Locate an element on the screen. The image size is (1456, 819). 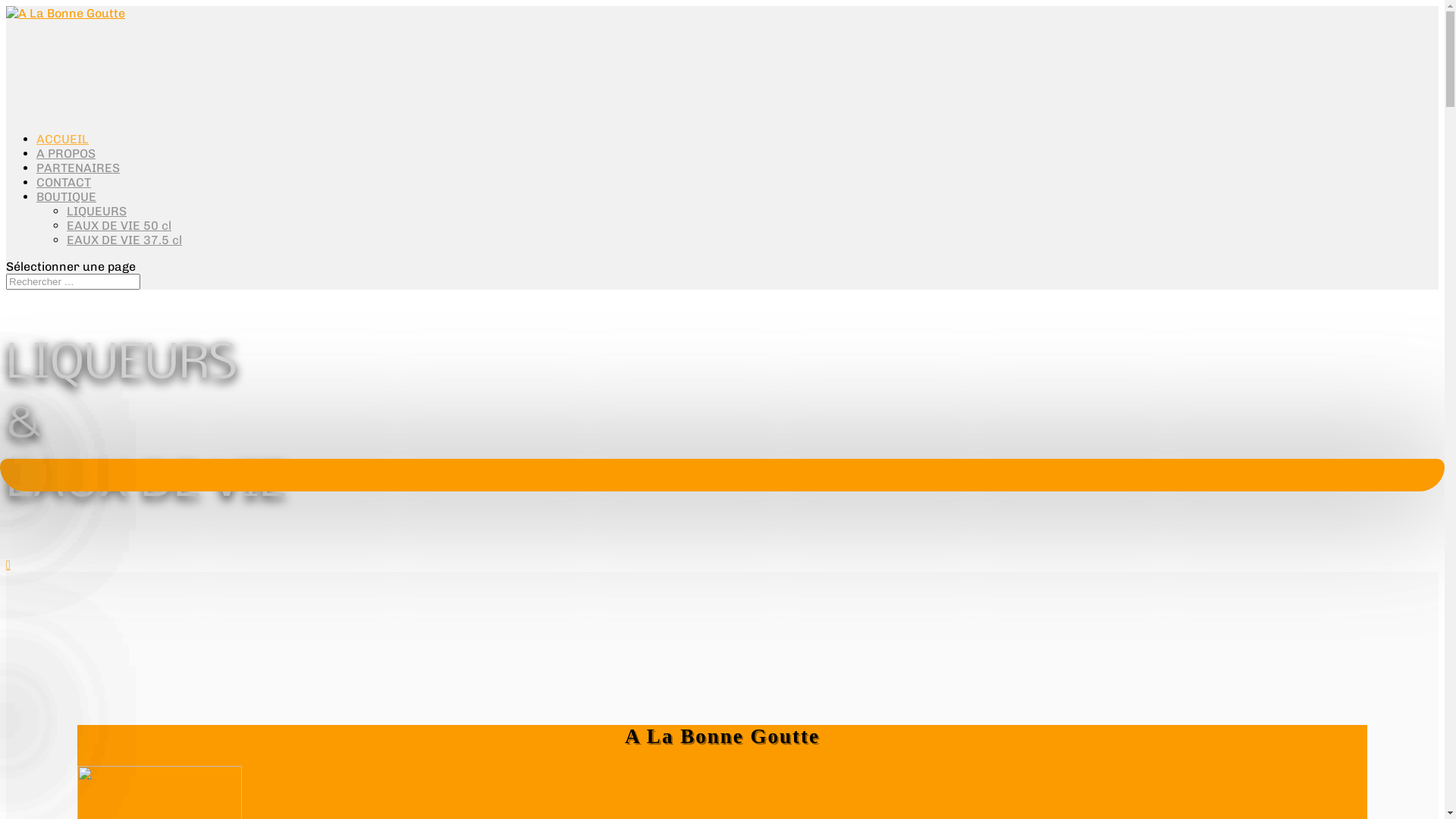
'ACCUEIL' is located at coordinates (36, 139).